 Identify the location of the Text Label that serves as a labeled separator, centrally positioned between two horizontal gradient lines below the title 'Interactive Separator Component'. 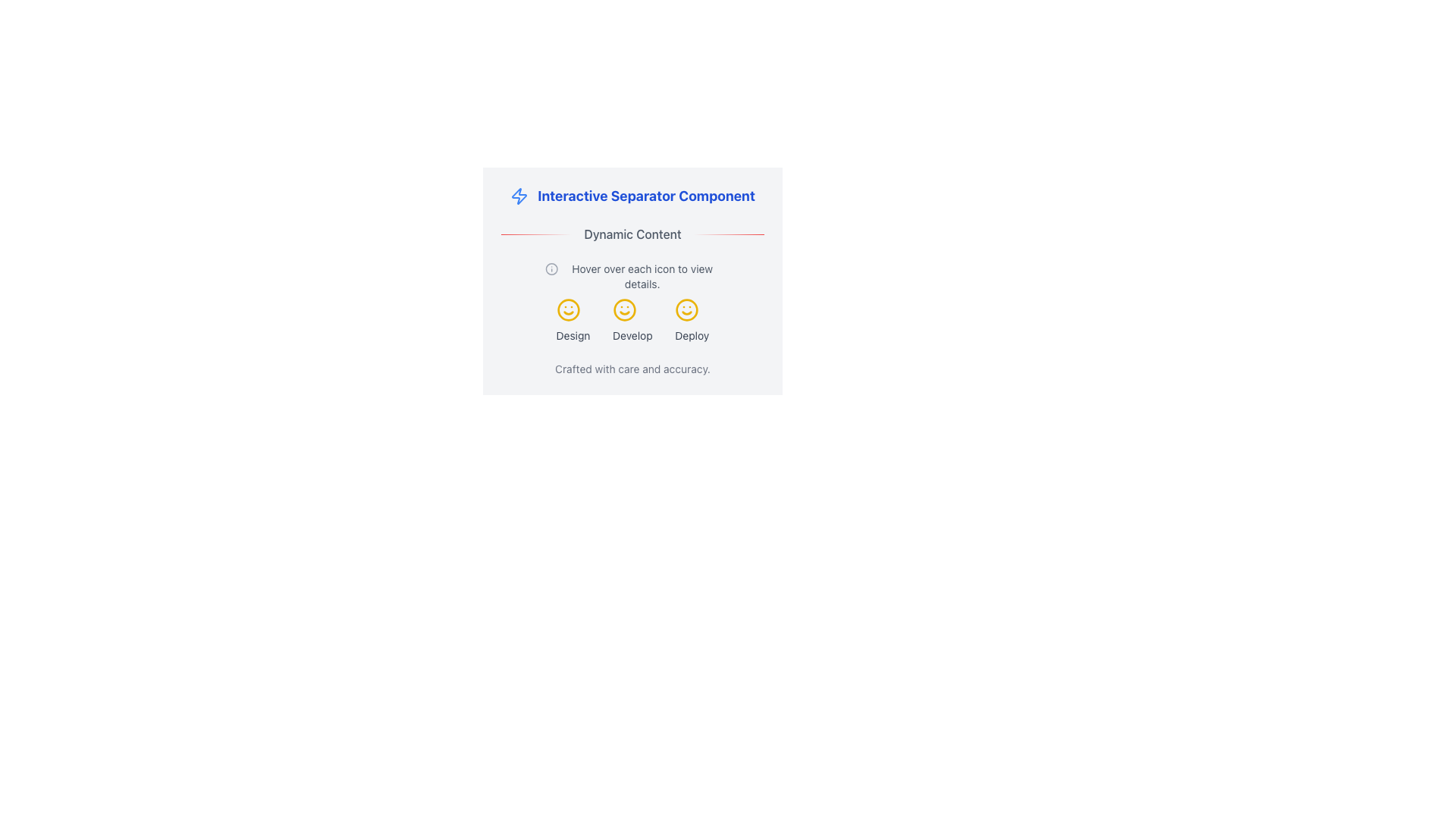
(632, 234).